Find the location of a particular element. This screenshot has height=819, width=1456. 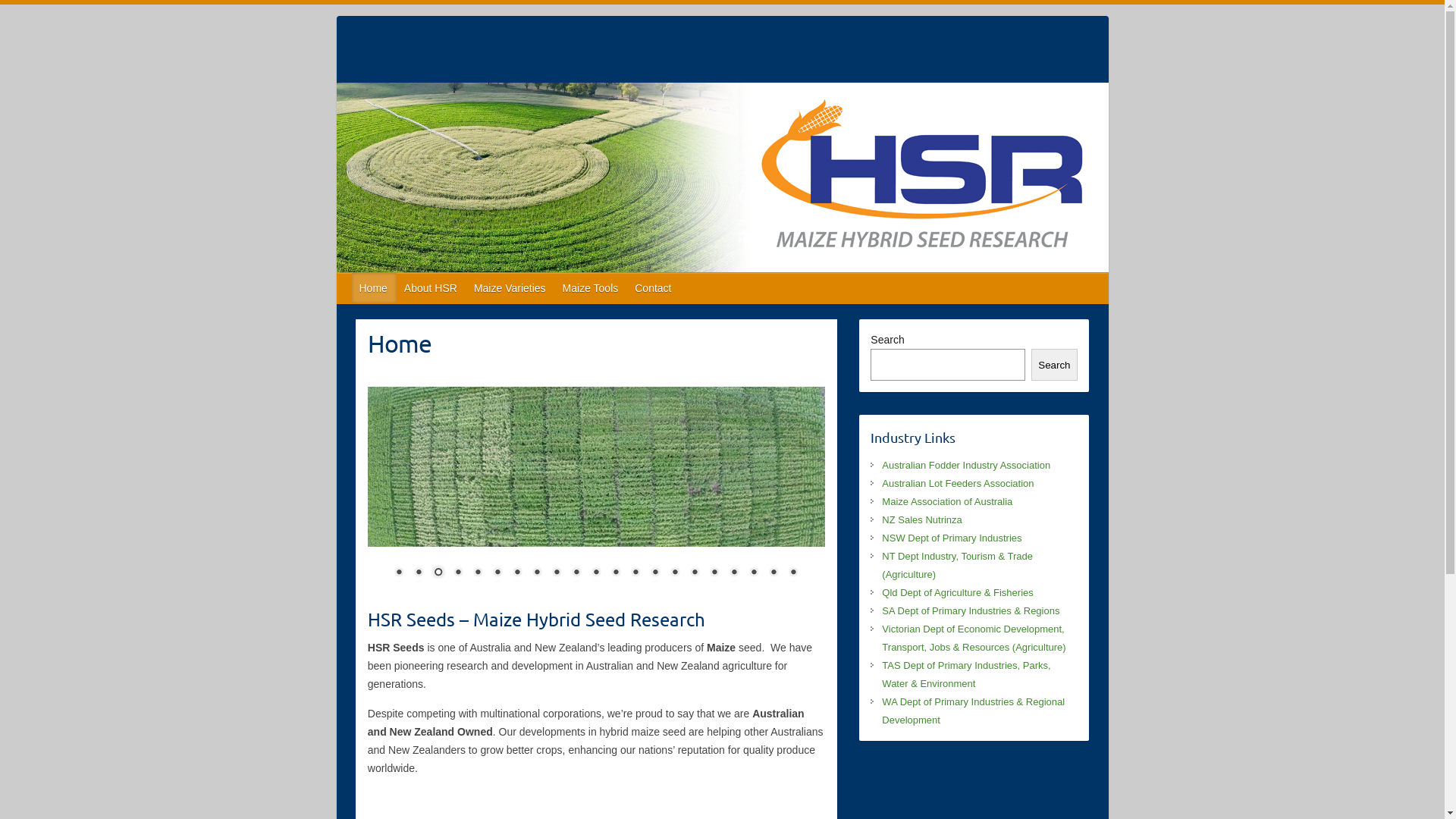

'Home' is located at coordinates (351, 288).